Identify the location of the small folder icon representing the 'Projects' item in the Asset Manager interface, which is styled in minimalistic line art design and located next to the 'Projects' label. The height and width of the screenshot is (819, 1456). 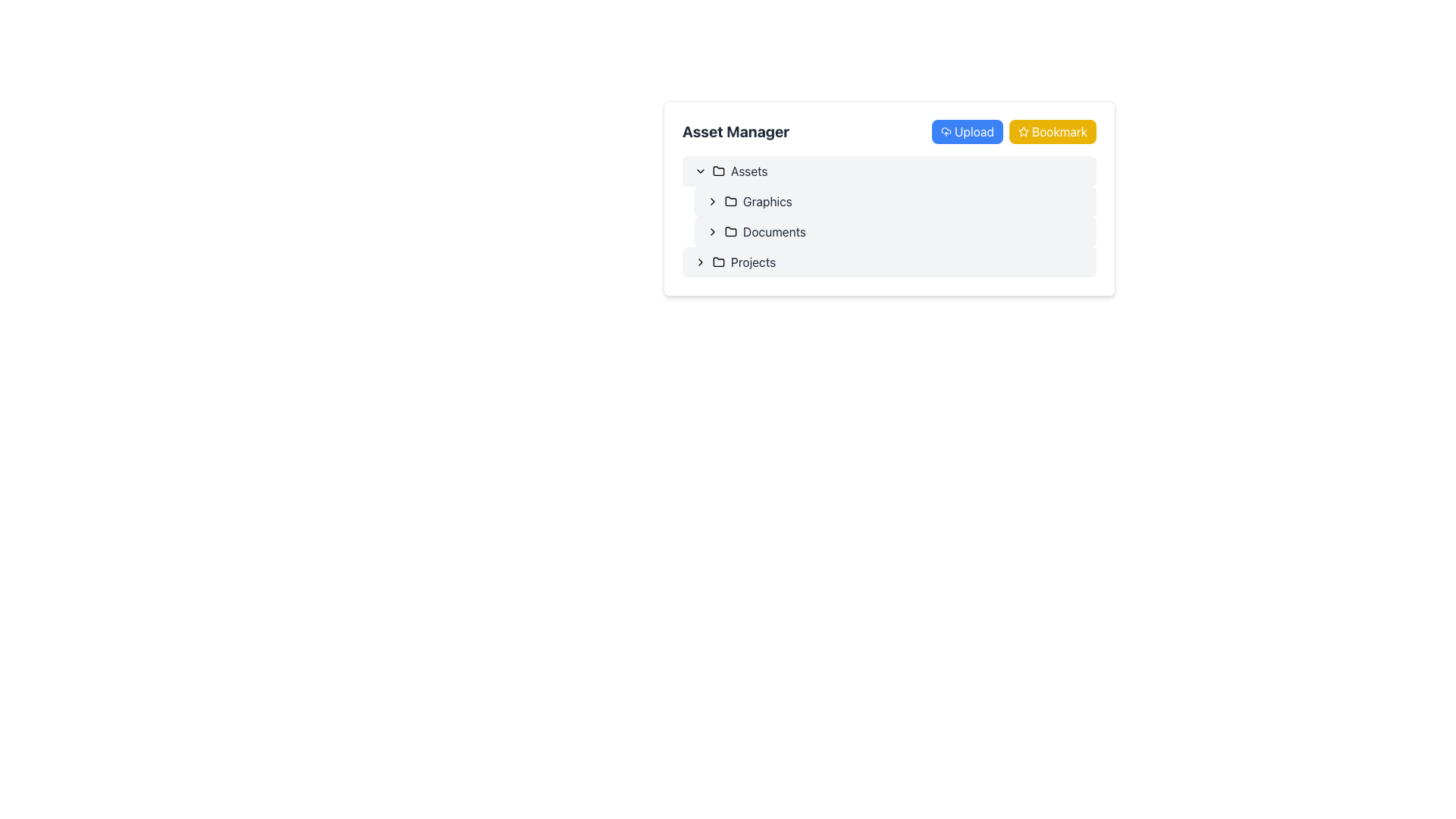
(718, 260).